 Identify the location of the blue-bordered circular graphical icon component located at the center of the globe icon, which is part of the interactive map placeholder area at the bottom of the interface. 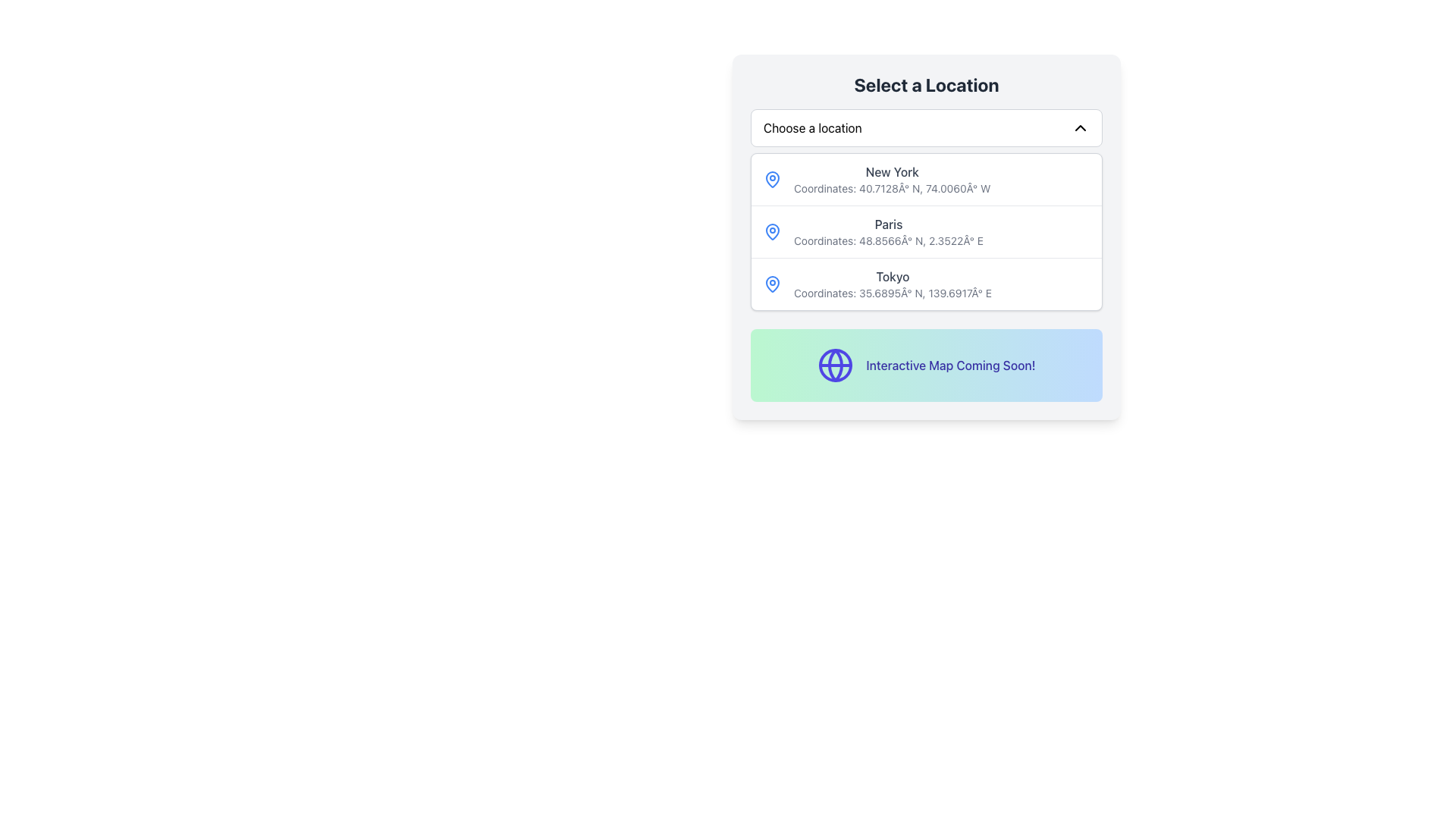
(835, 366).